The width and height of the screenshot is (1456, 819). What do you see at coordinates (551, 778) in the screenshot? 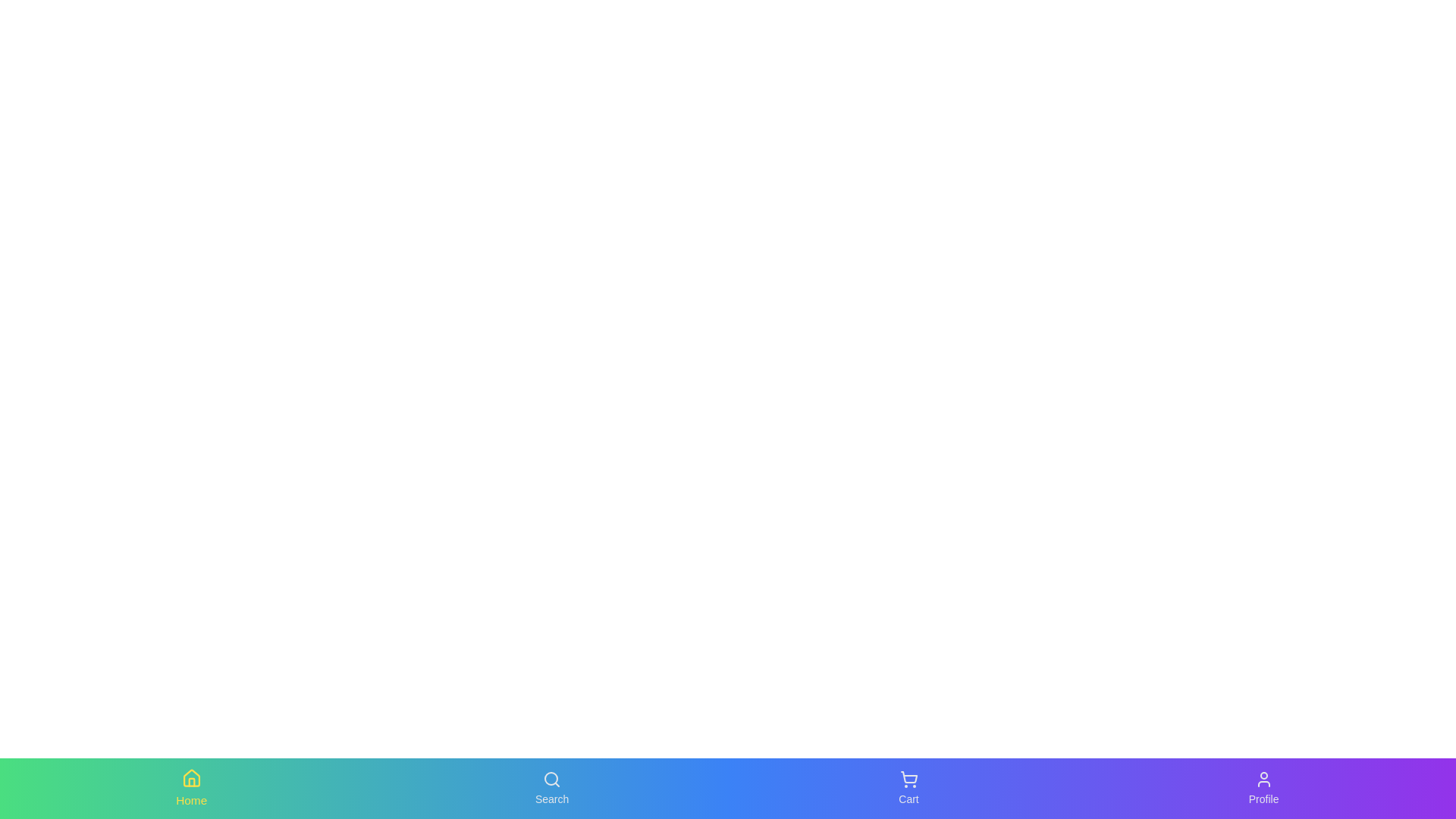
I see `the circular magnifying glass icon representing the search functionality located in the center-right of the bottom navigation bar` at bounding box center [551, 778].